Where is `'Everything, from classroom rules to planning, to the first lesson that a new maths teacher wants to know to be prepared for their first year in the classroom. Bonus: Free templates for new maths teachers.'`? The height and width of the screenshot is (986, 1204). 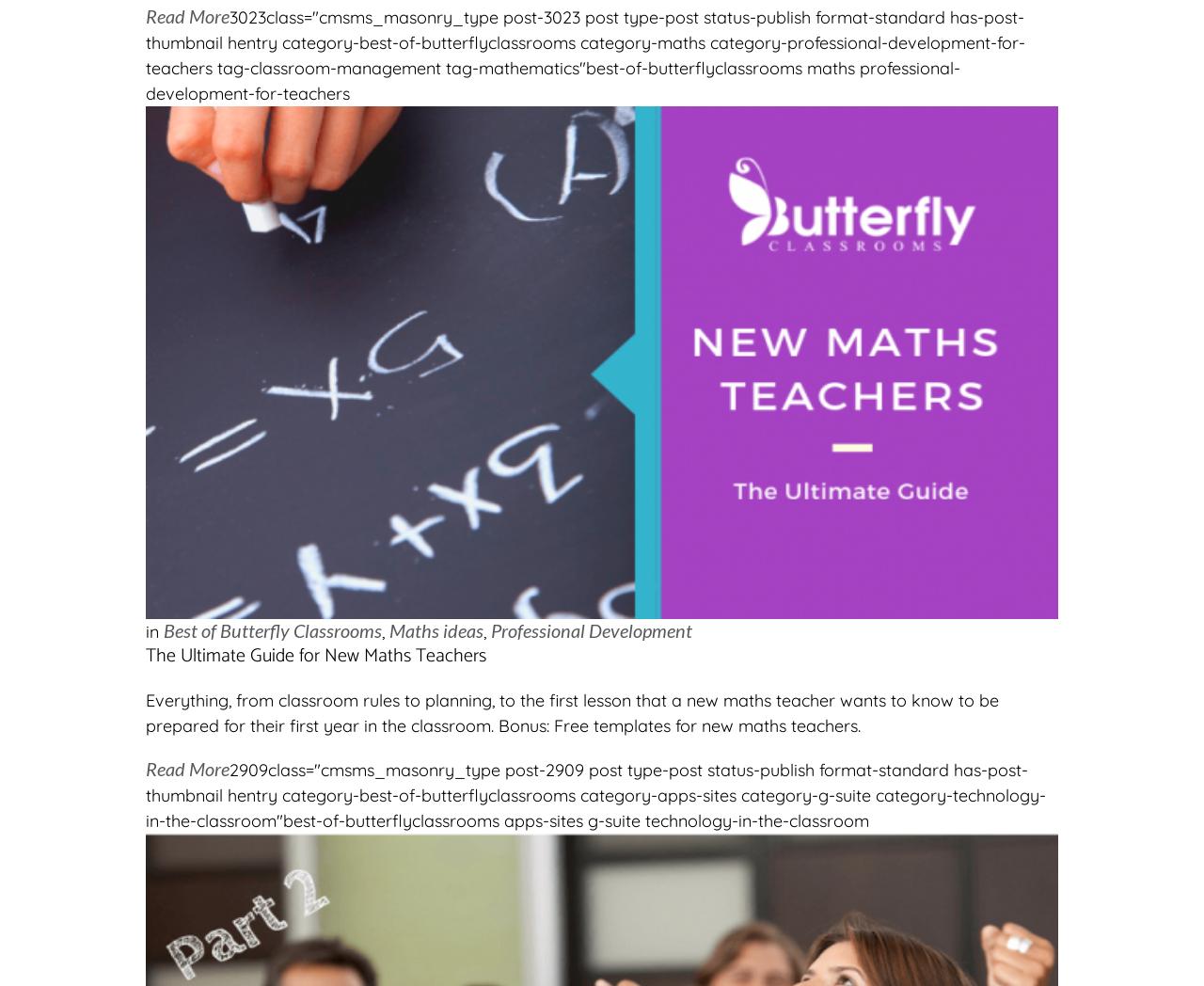
'Everything, from classroom rules to planning, to the first lesson that a new maths teacher wants to know to be prepared for their first year in the classroom. Bonus: Free templates for new maths teachers.' is located at coordinates (571, 713).